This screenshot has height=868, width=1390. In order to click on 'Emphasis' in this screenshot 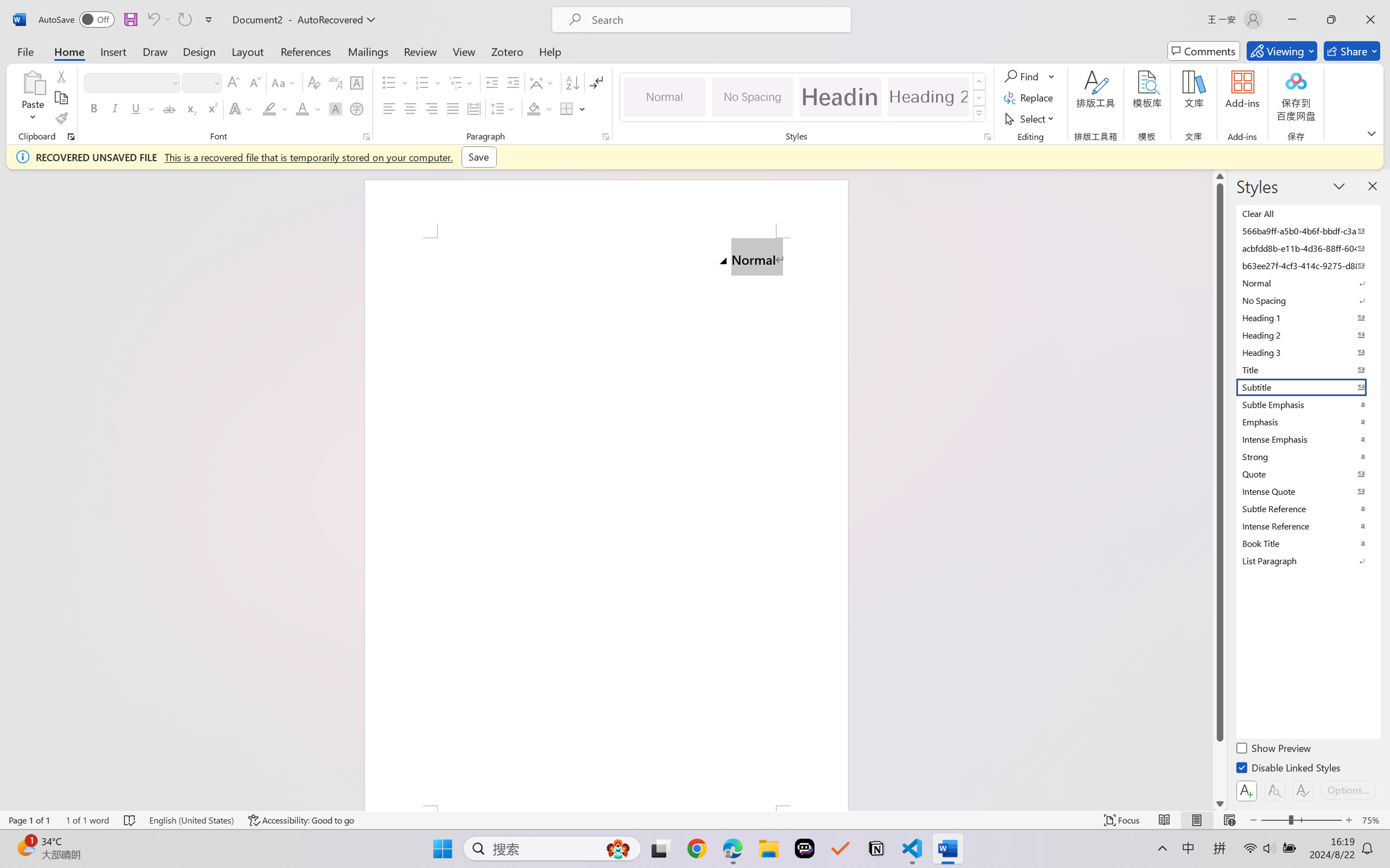, I will do `click(1307, 421)`.